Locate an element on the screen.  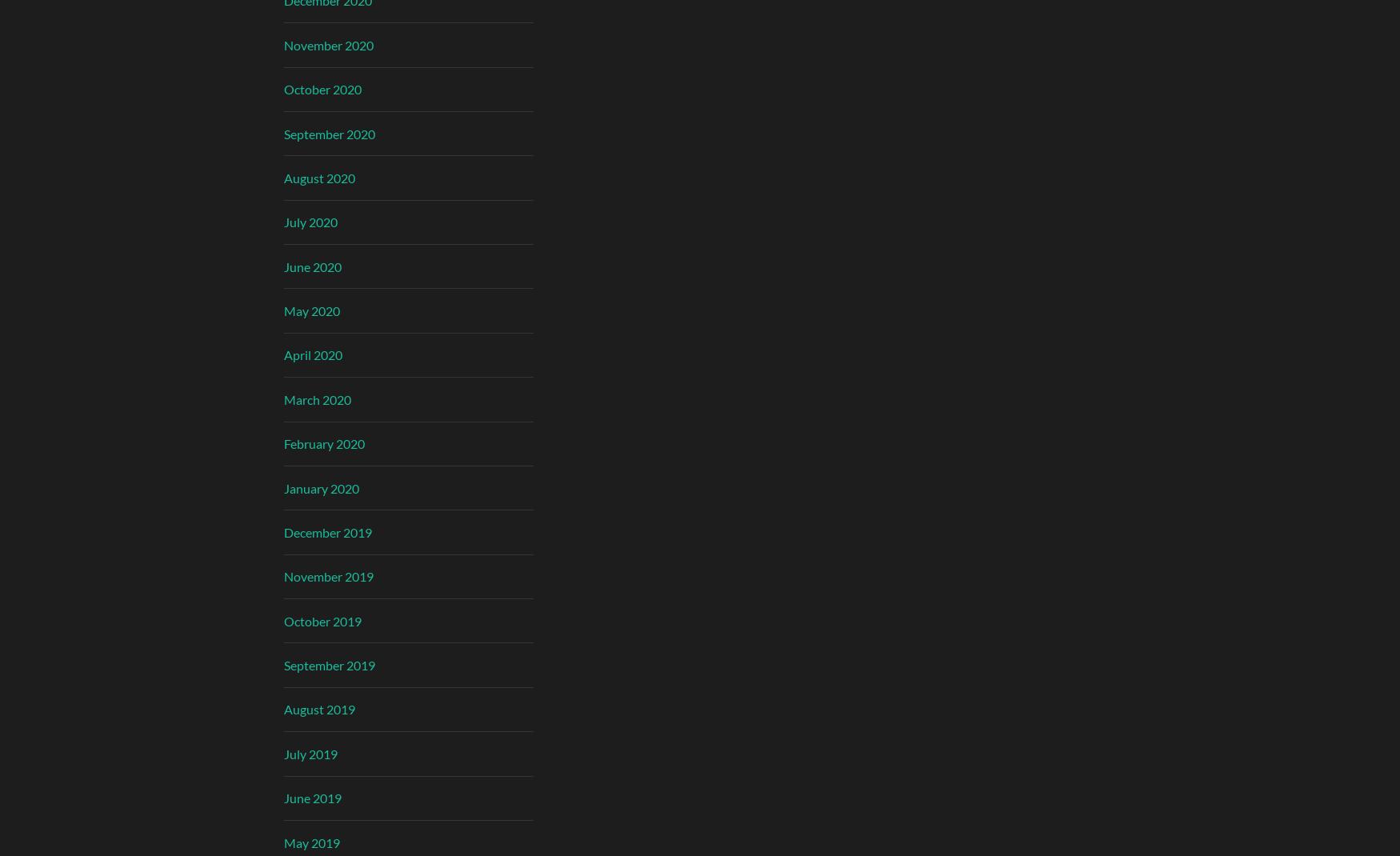
'November 2019' is located at coordinates (328, 575).